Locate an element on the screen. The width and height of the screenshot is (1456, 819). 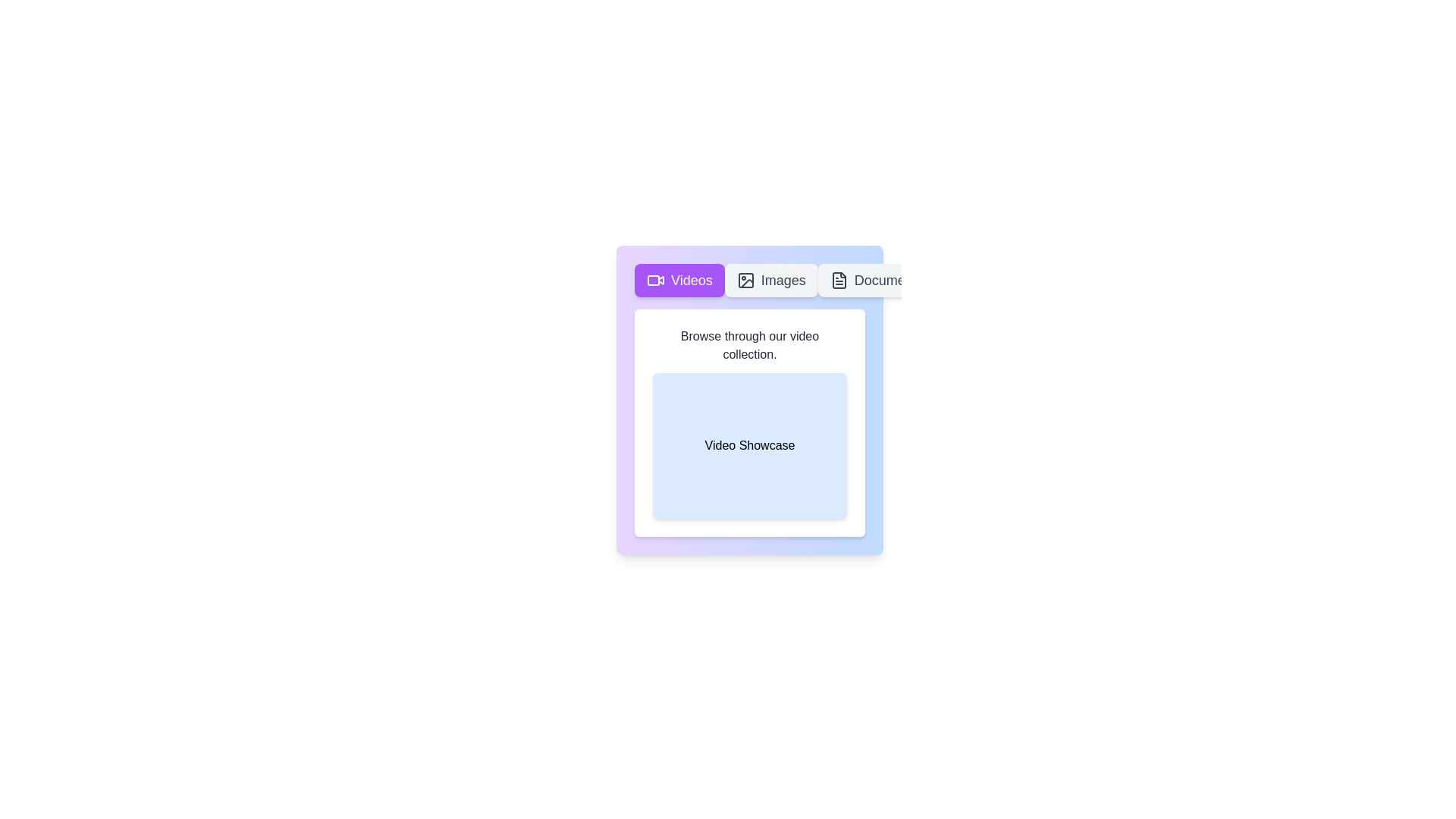
the 'Images' button located in the horizontal navigation bar is located at coordinates (771, 281).